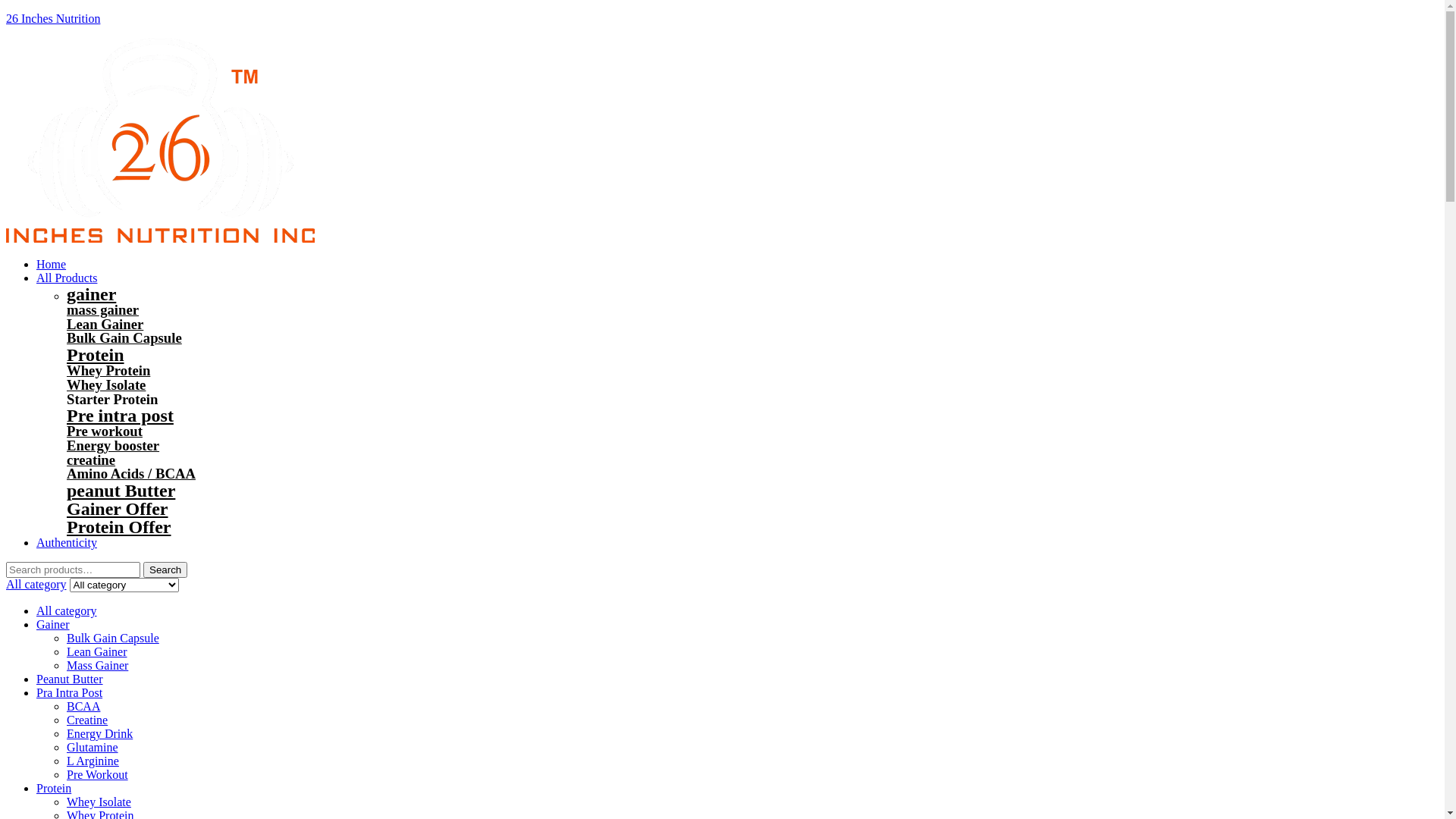  I want to click on 'mass gainer', so click(102, 309).